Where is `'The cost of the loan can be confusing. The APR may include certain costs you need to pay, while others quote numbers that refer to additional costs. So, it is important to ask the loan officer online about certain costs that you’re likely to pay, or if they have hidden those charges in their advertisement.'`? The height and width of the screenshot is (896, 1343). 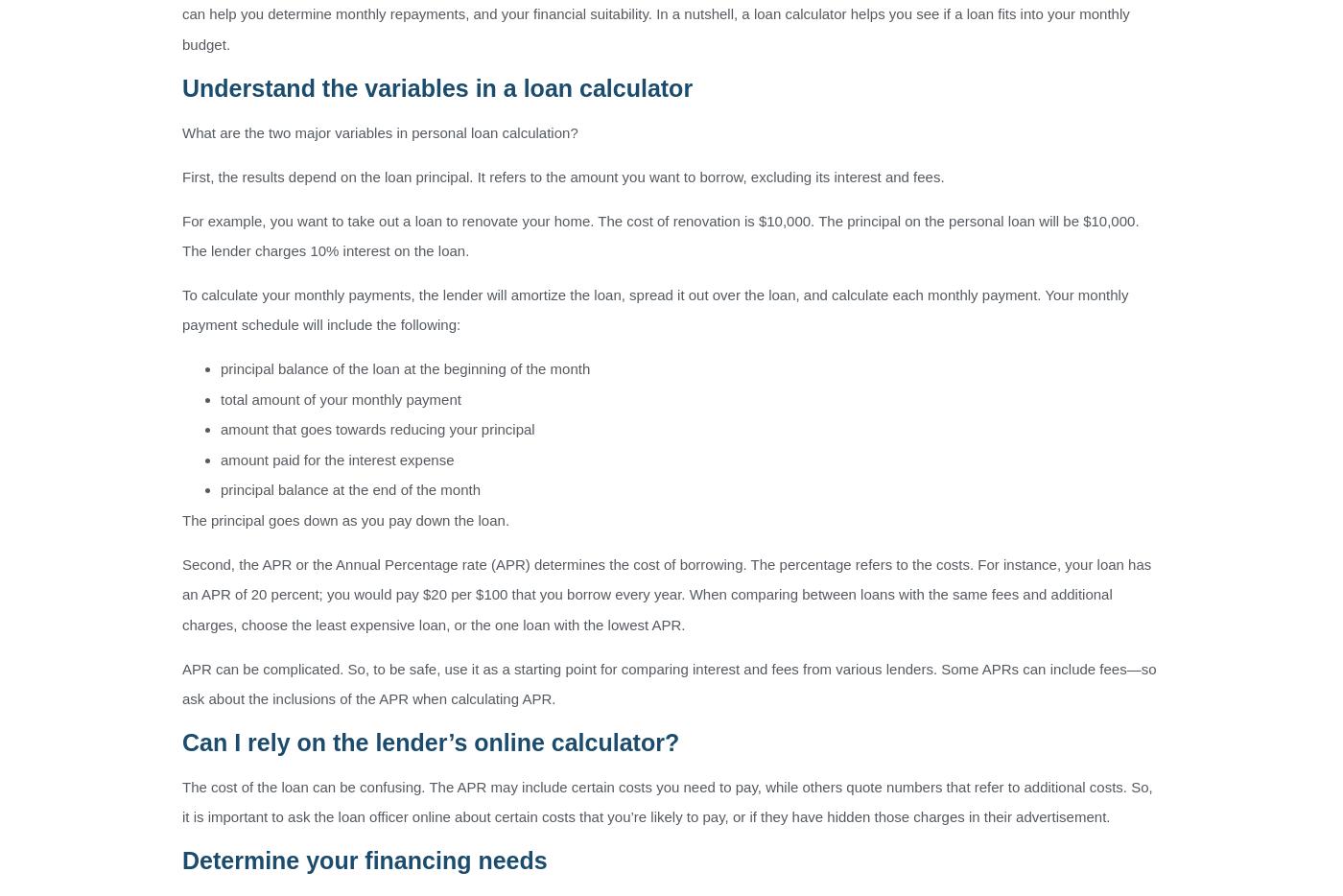
'The cost of the loan can be confusing. The APR may include certain costs you need to pay, while others quote numbers that refer to additional costs. So, it is important to ask the loan officer online about certain costs that you’re likely to pay, or if they have hidden those charges in their advertisement.' is located at coordinates (667, 801).